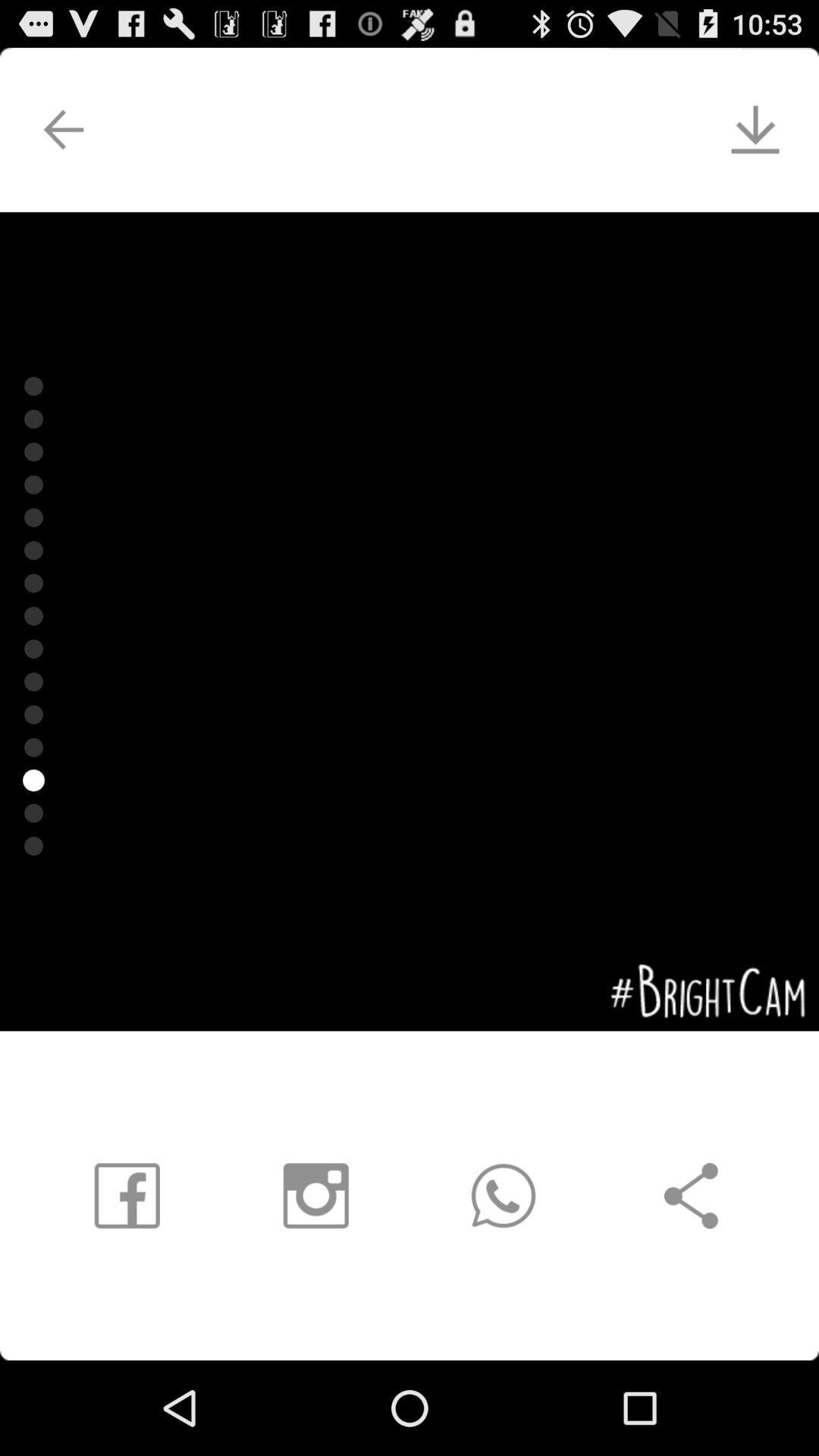 The image size is (819, 1456). Describe the element at coordinates (125, 1279) in the screenshot. I see `the facebook icon` at that location.